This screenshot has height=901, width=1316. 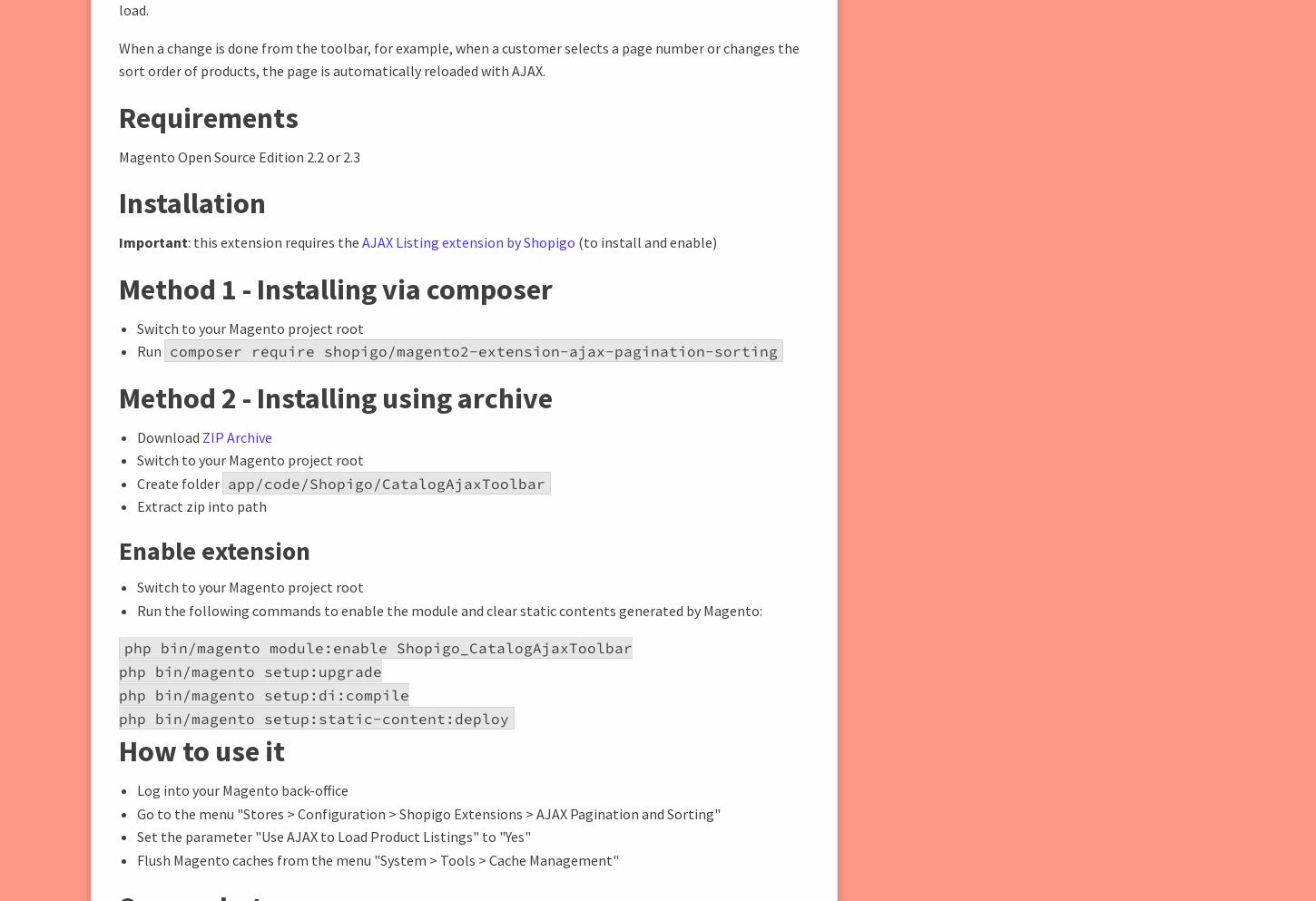 I want to click on 'Run the following commands to enable the module and clear static contents generated by Magento:', so click(x=449, y=609).